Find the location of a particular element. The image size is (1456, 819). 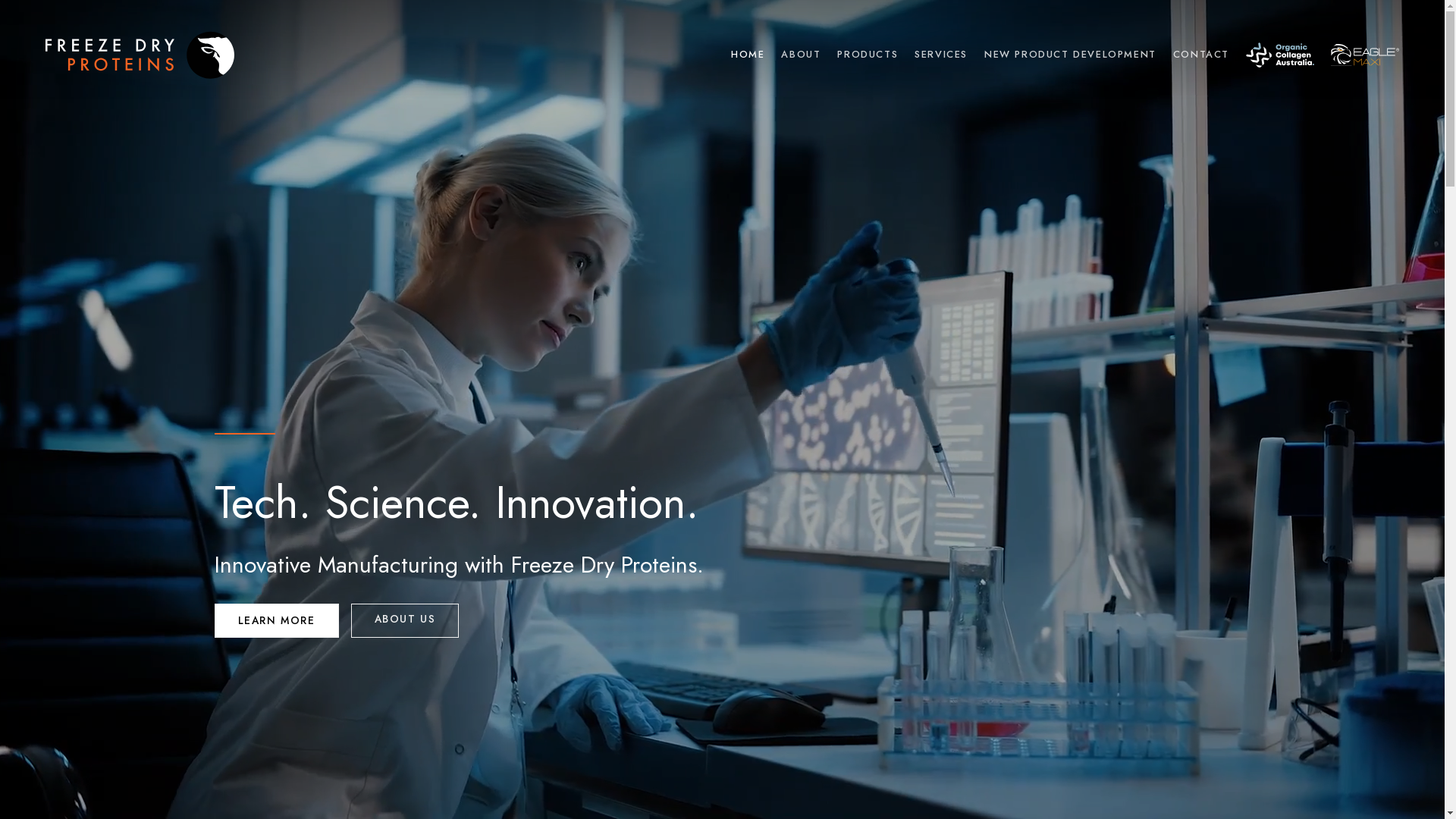

'LEARN MORE' is located at coordinates (213, 620).